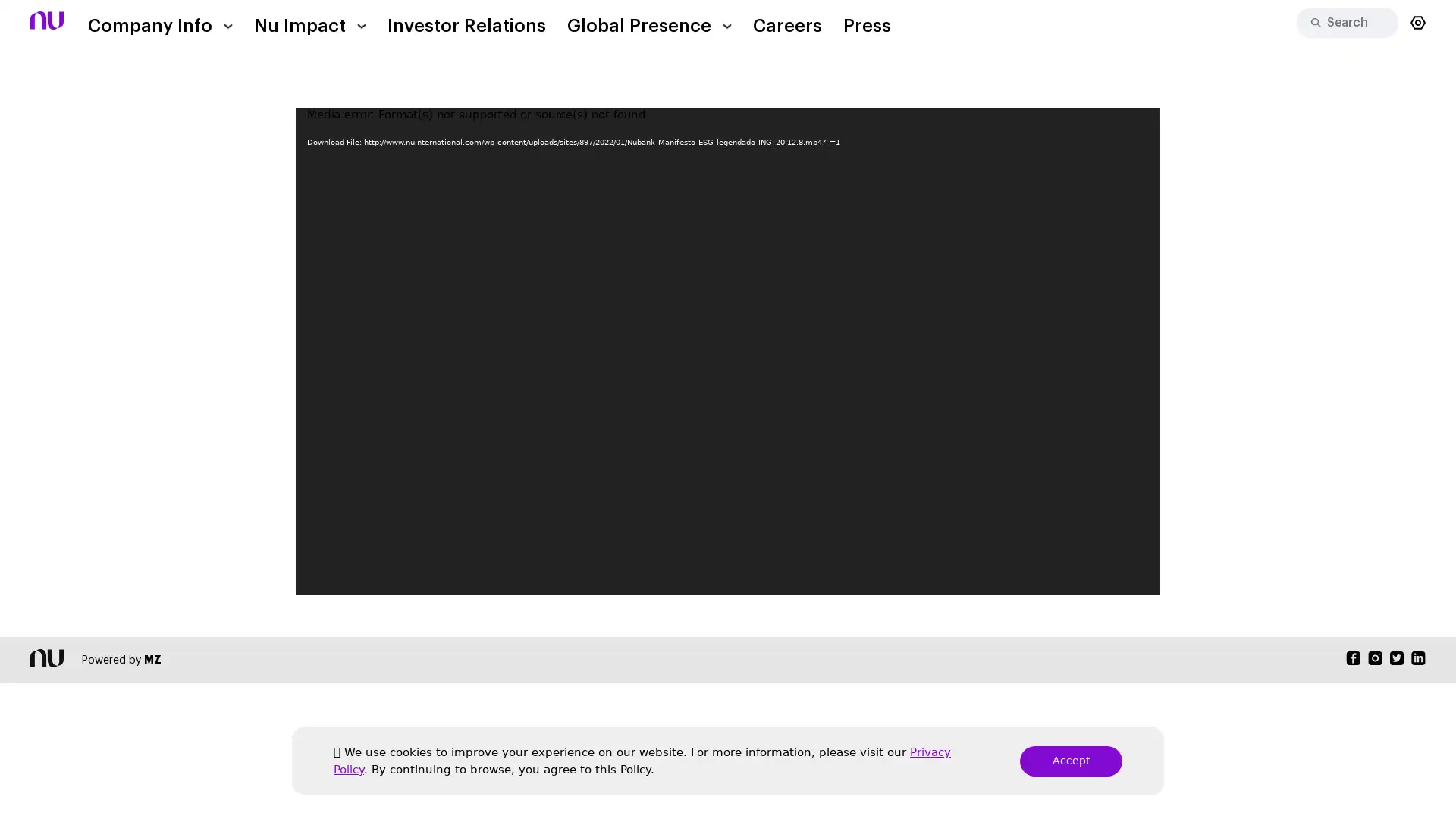 The height and width of the screenshot is (819, 1456). What do you see at coordinates (315, 579) in the screenshot?
I see `Play` at bounding box center [315, 579].